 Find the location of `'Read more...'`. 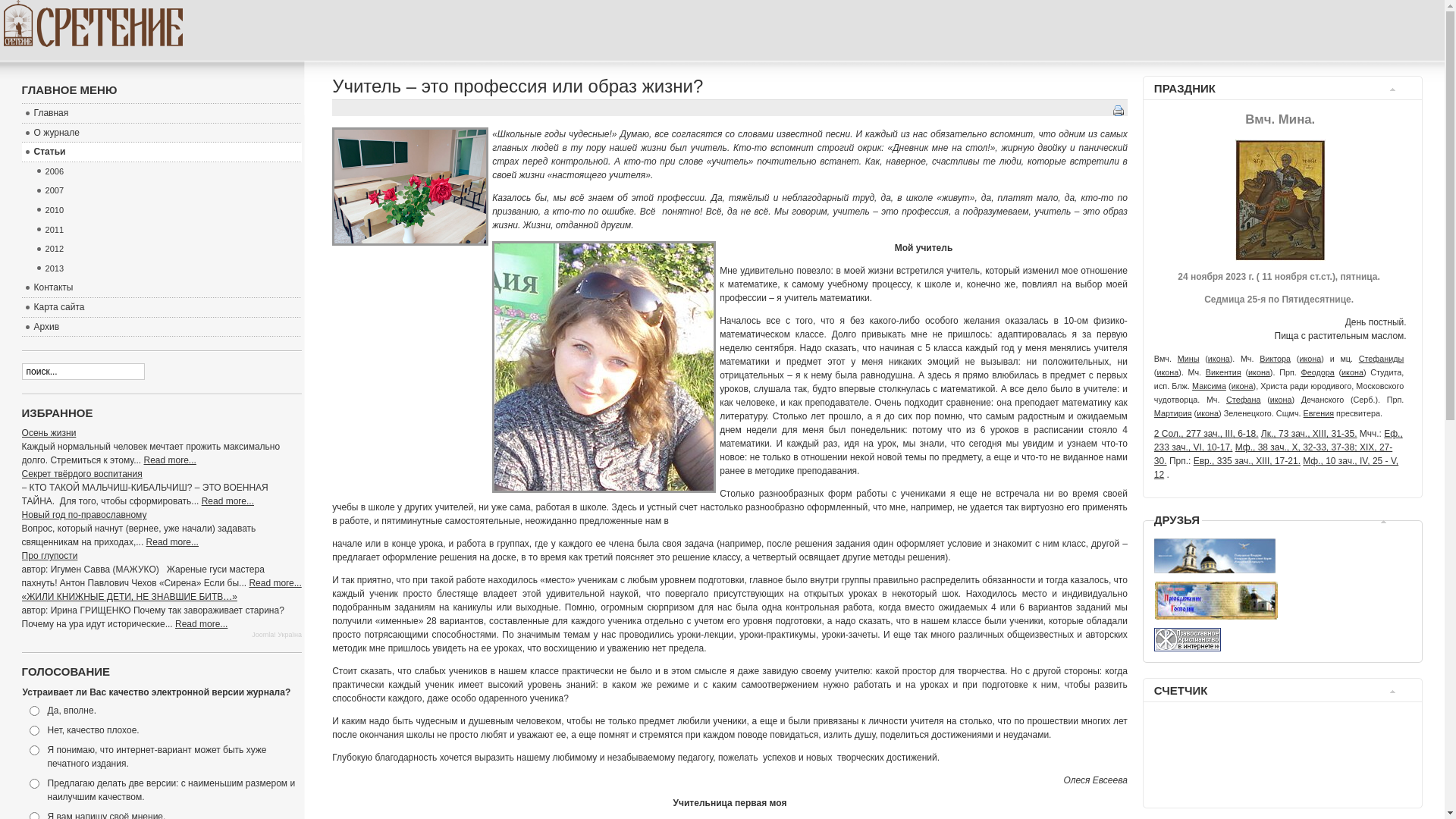

'Read more...' is located at coordinates (200, 623).